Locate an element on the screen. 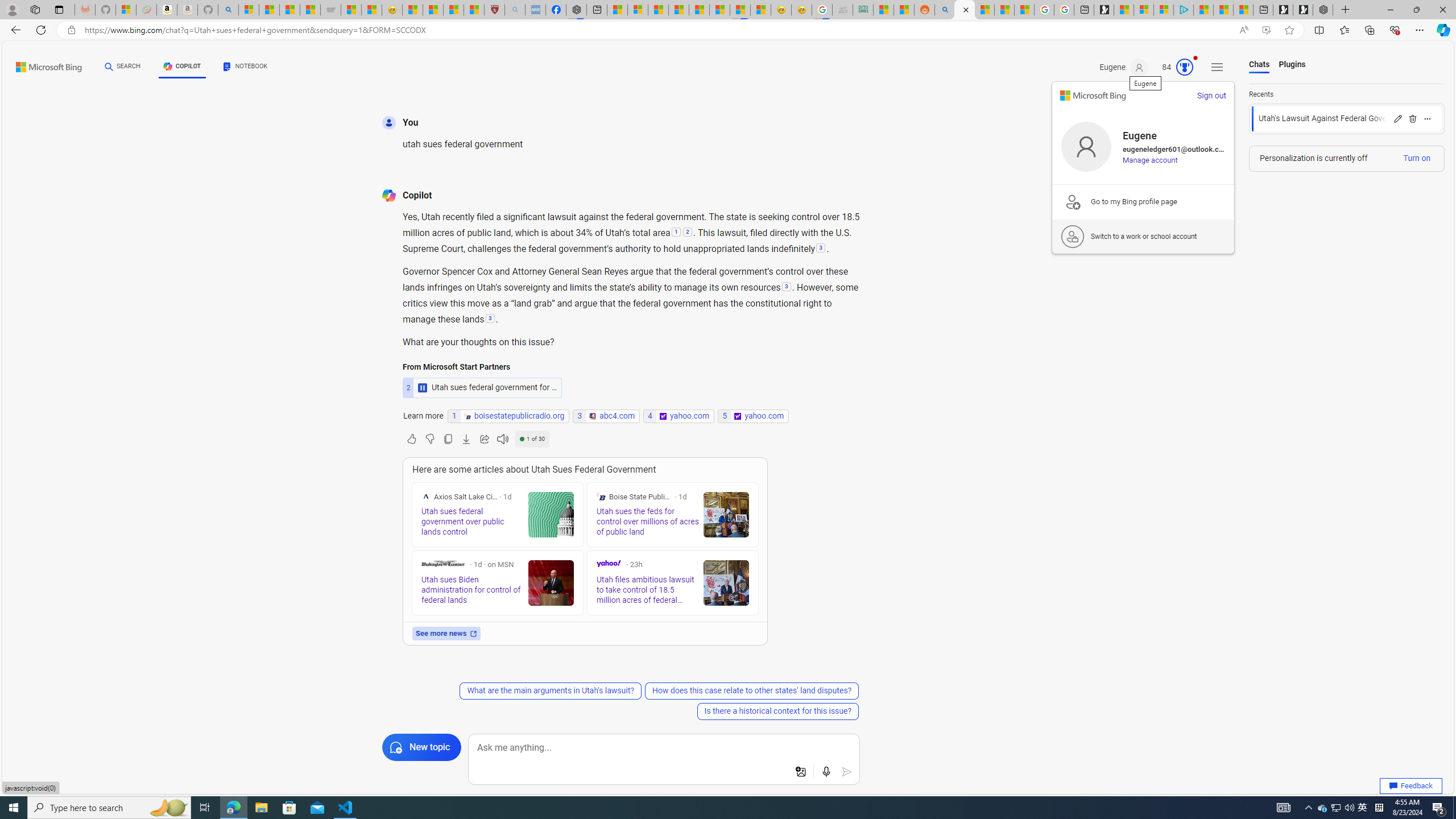 This screenshot has width=1456, height=819. 'How does this case relate to other states' is located at coordinates (751, 690).